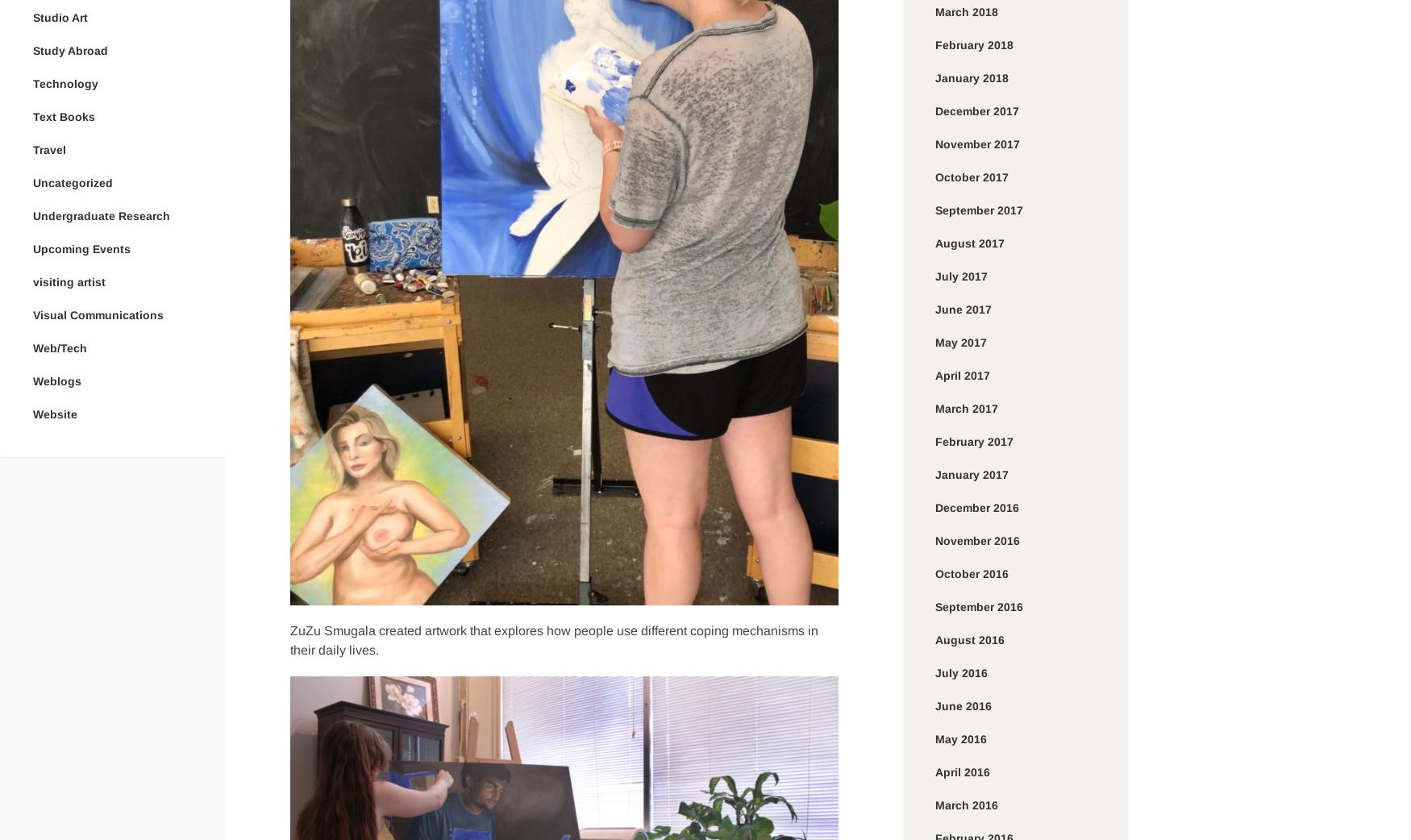 The width and height of the screenshot is (1411, 840). Describe the element at coordinates (934, 78) in the screenshot. I see `'January 2018'` at that location.